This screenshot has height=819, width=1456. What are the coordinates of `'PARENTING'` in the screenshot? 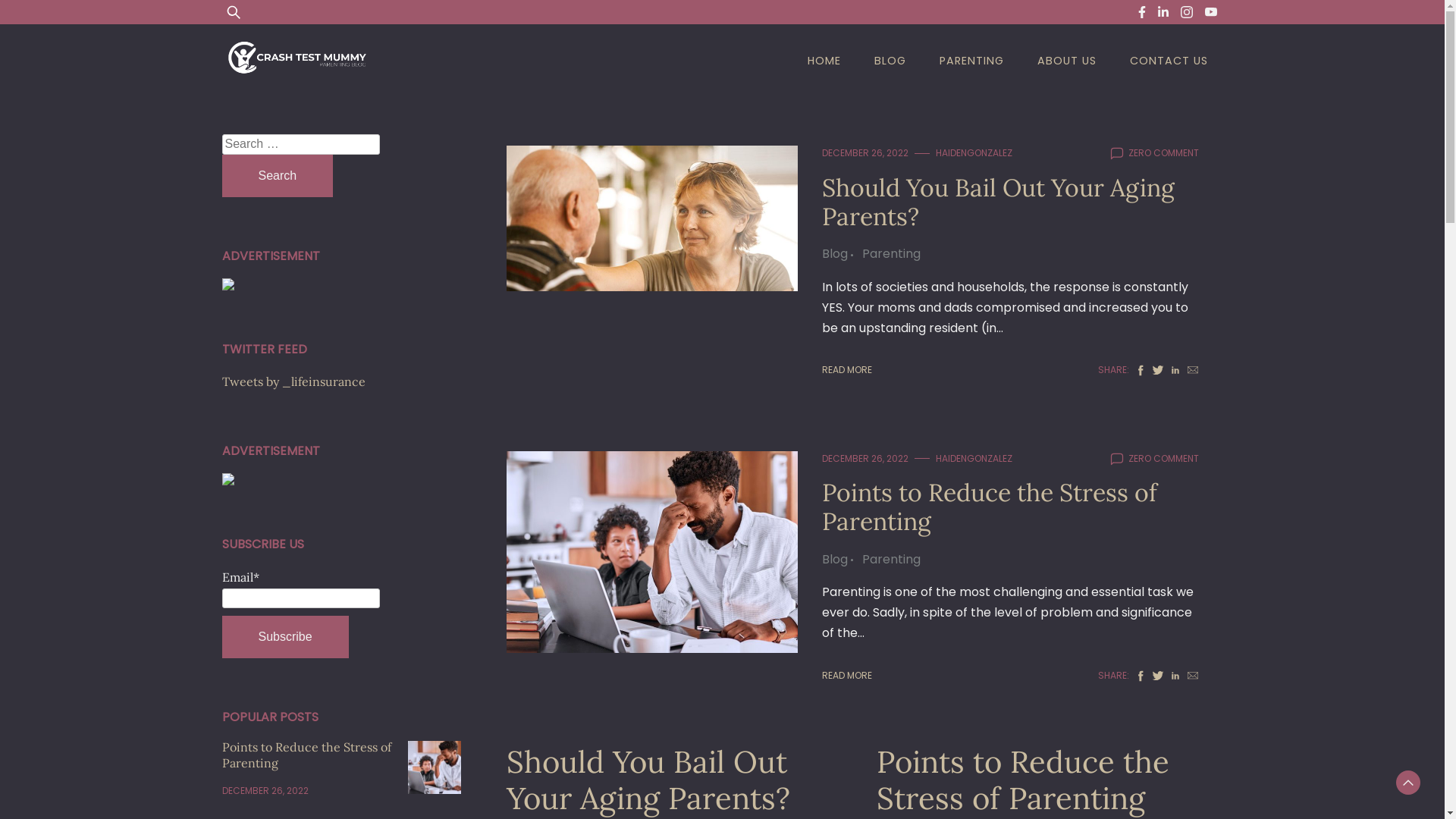 It's located at (971, 60).